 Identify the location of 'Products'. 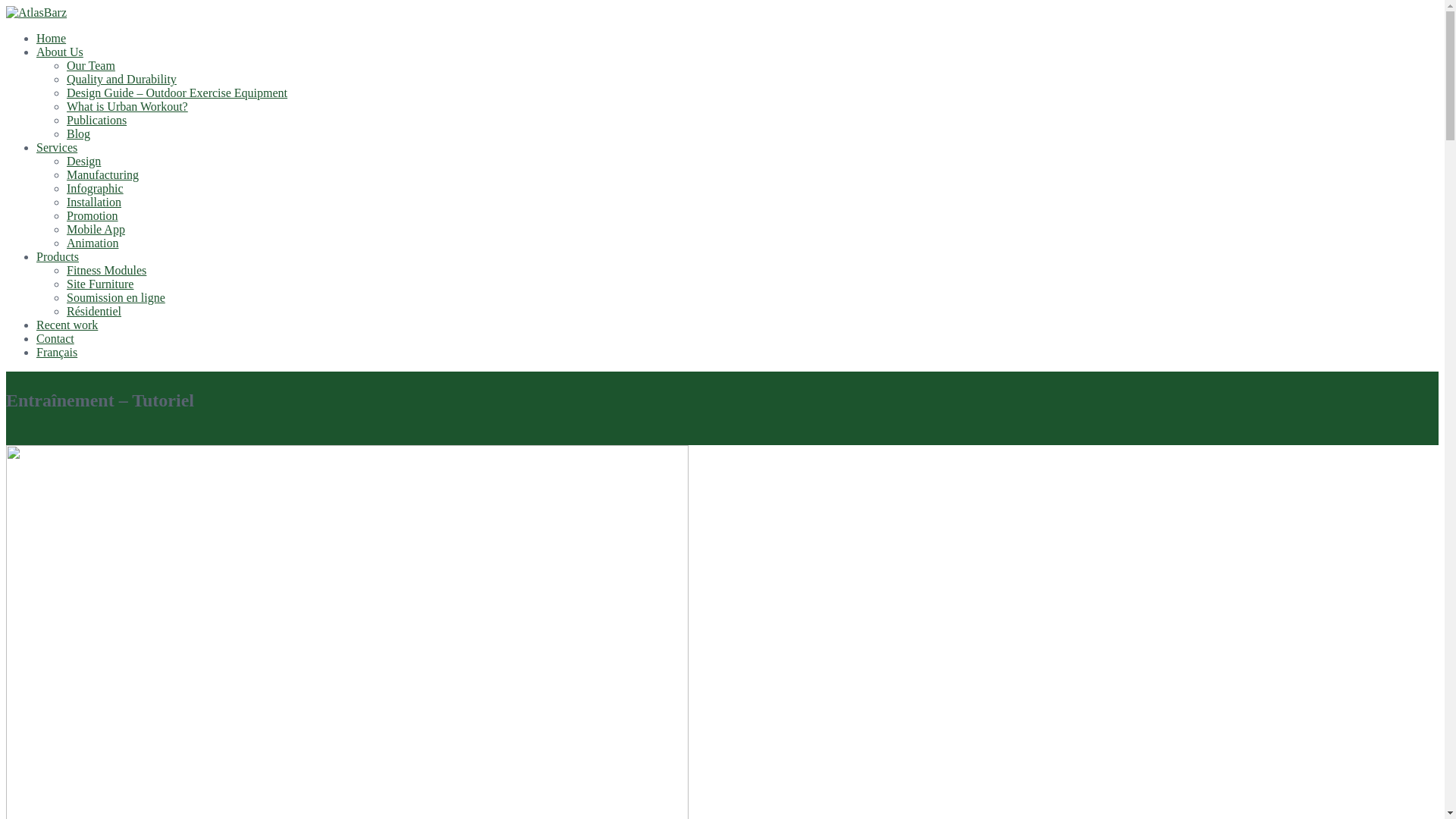
(58, 256).